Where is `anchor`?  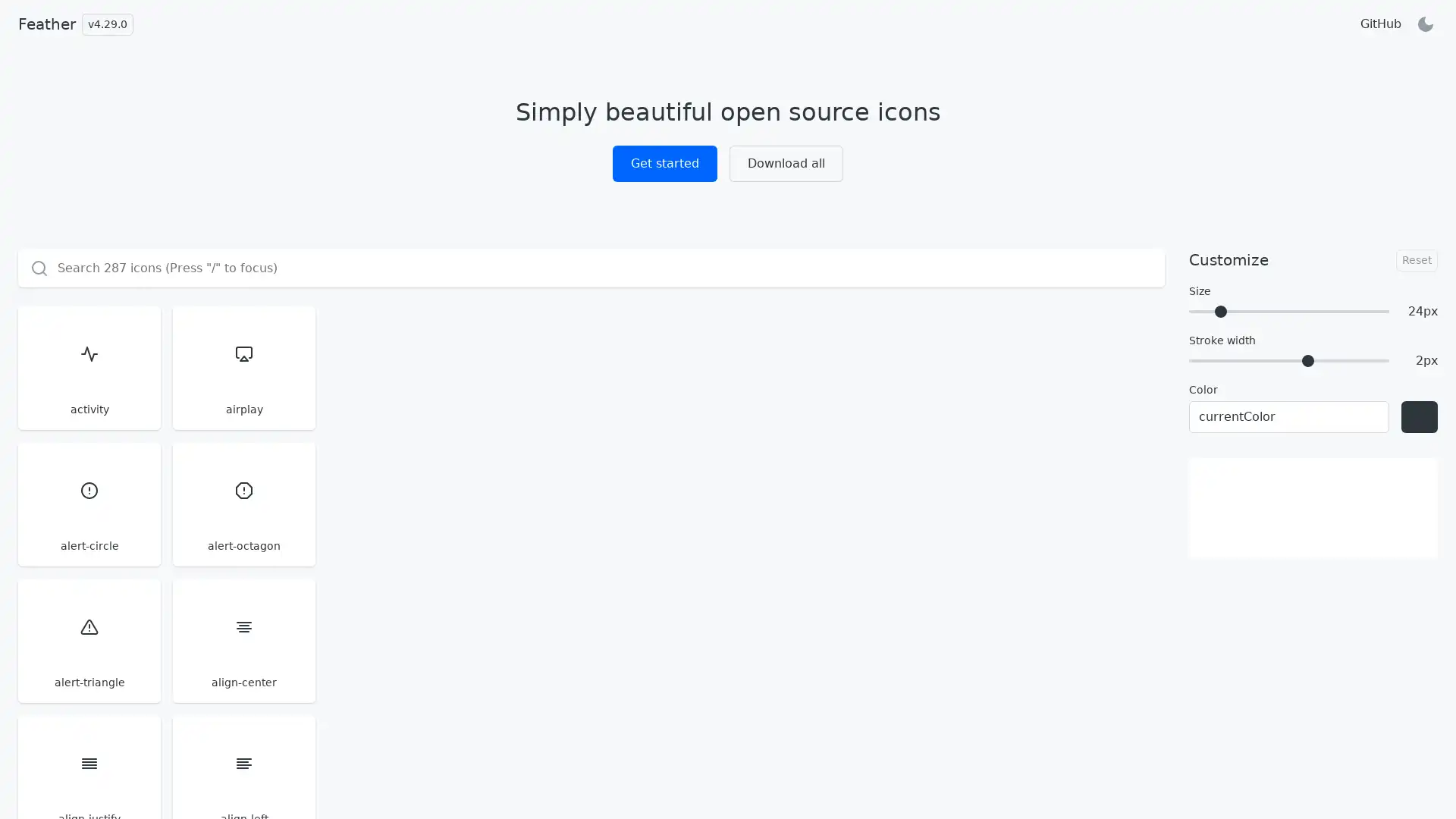 anchor is located at coordinates (75, 504).